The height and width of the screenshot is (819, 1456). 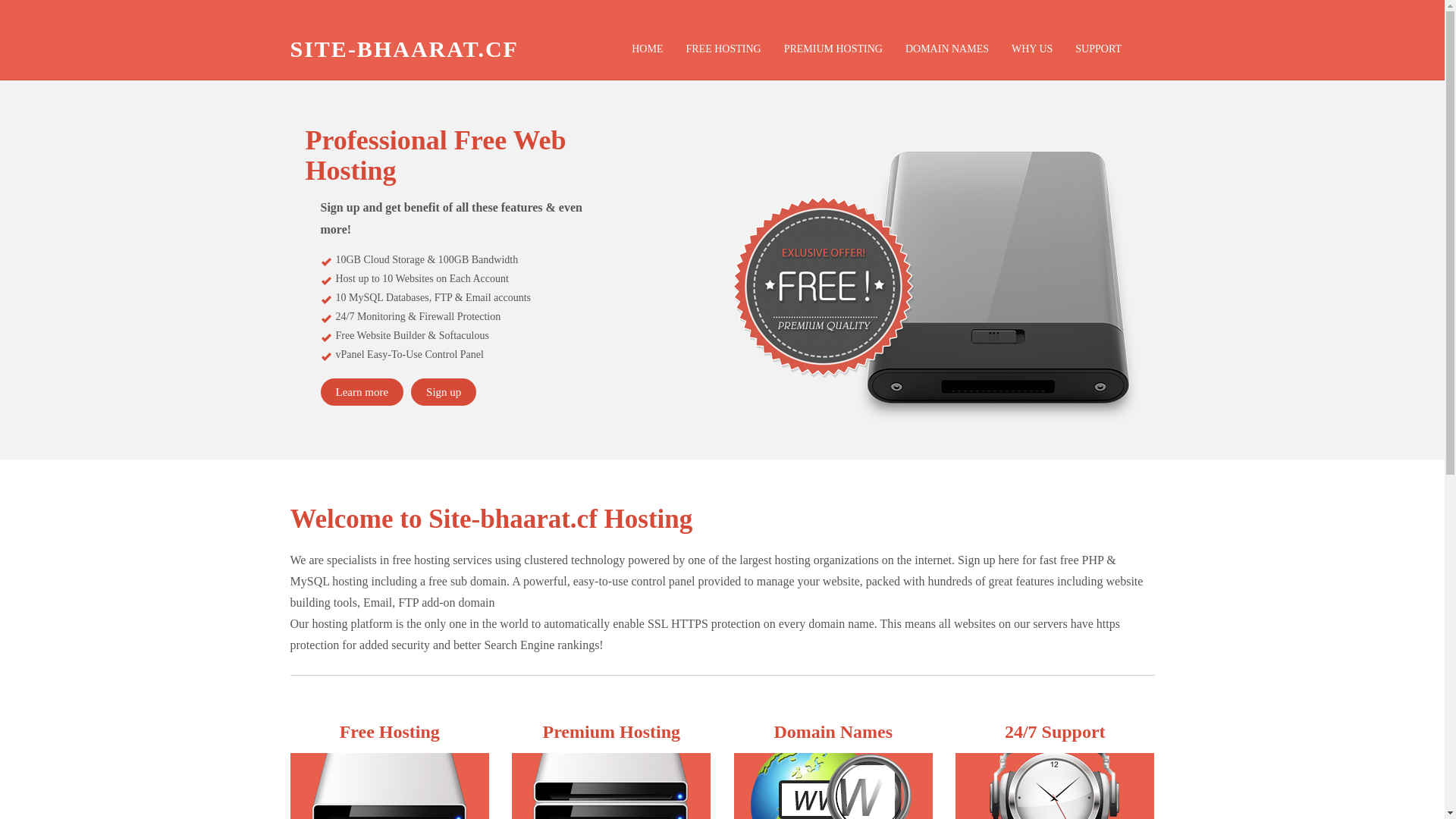 What do you see at coordinates (360, 391) in the screenshot?
I see `'Learn more'` at bounding box center [360, 391].